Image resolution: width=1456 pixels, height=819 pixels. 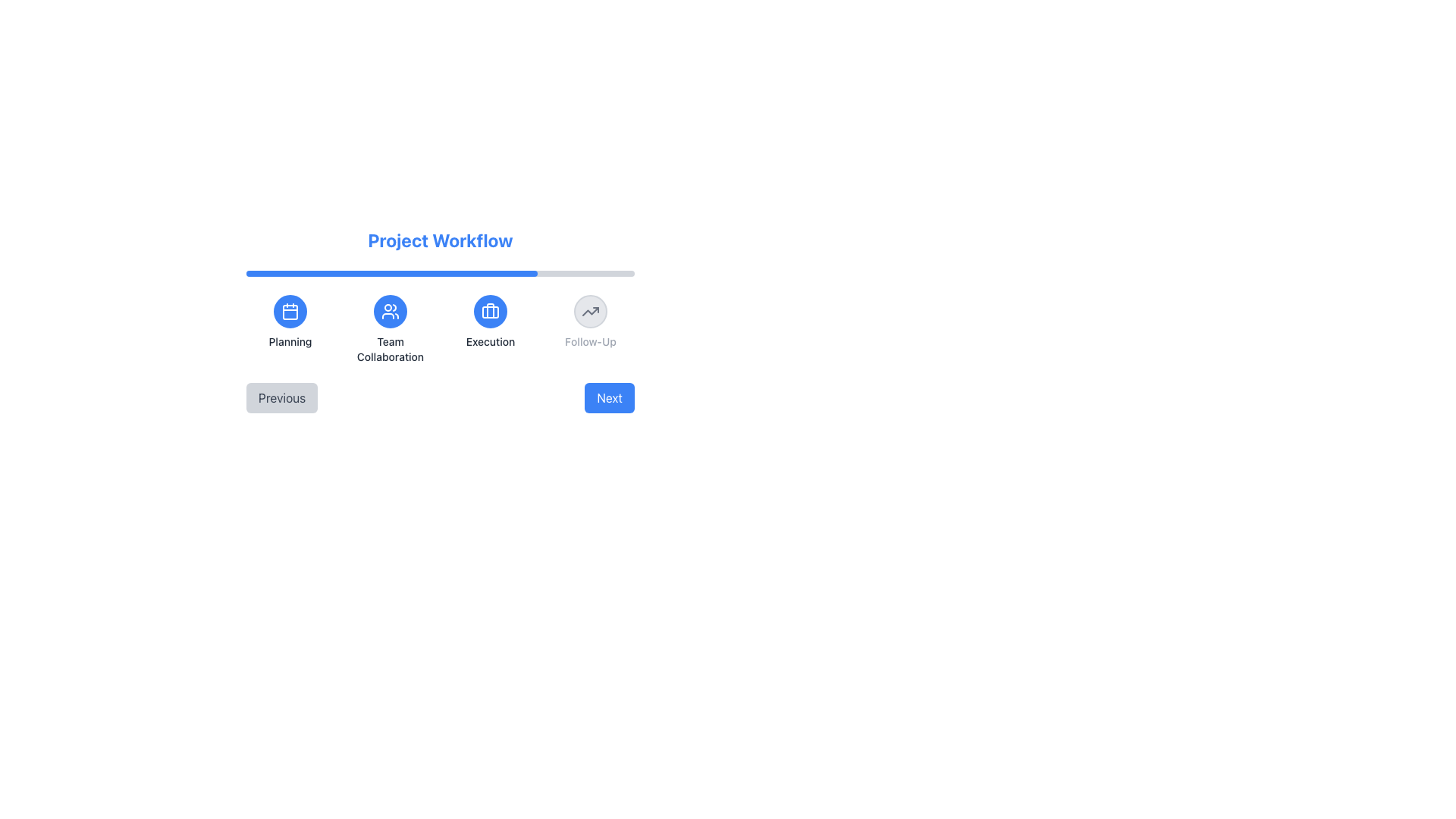 I want to click on the progress bar segment that visually represents a 75% completion indicator, located within a rounded rectangular gray bar at the top of the interface, so click(x=392, y=274).